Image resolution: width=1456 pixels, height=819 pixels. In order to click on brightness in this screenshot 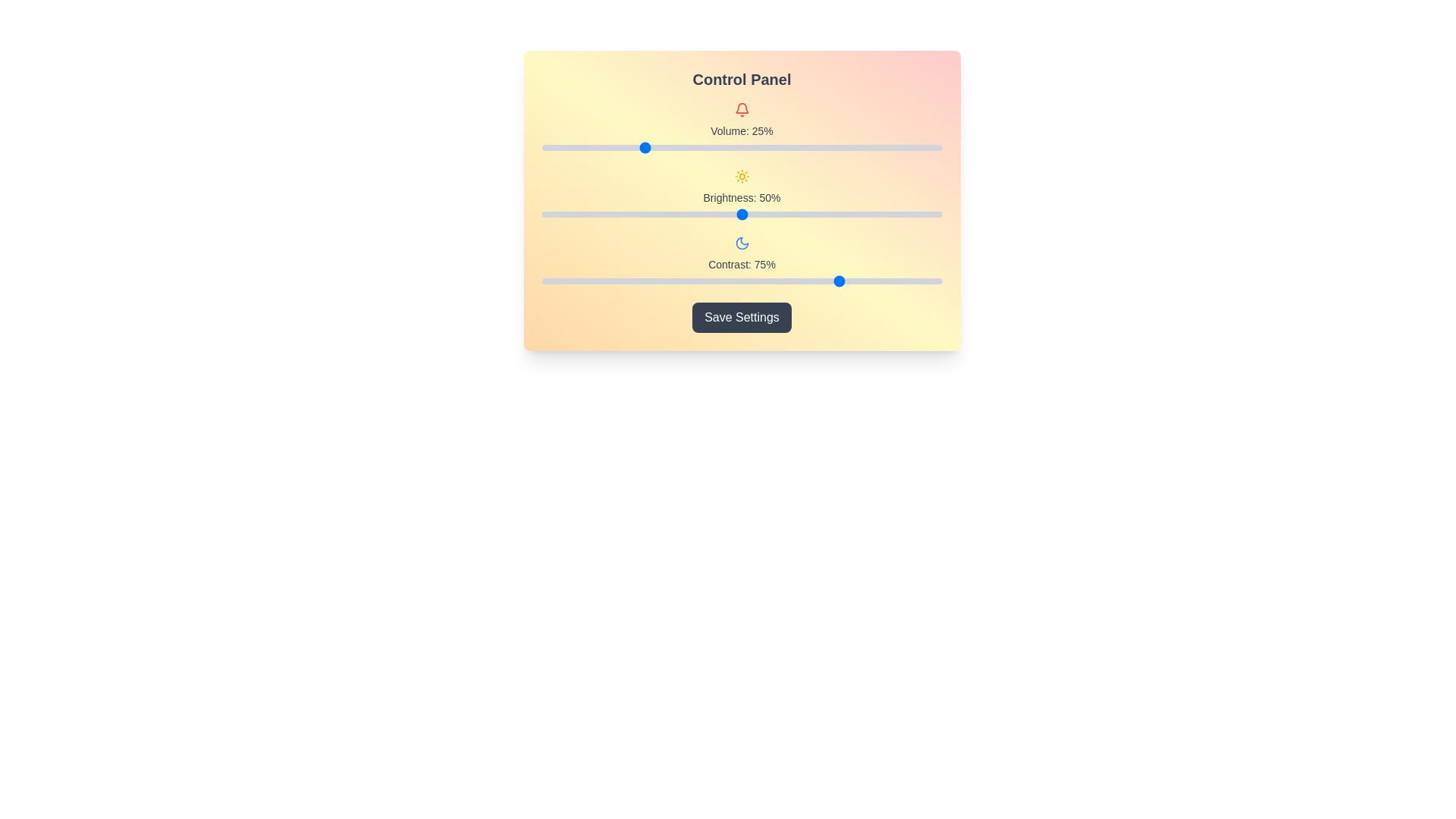, I will do `click(837, 214)`.